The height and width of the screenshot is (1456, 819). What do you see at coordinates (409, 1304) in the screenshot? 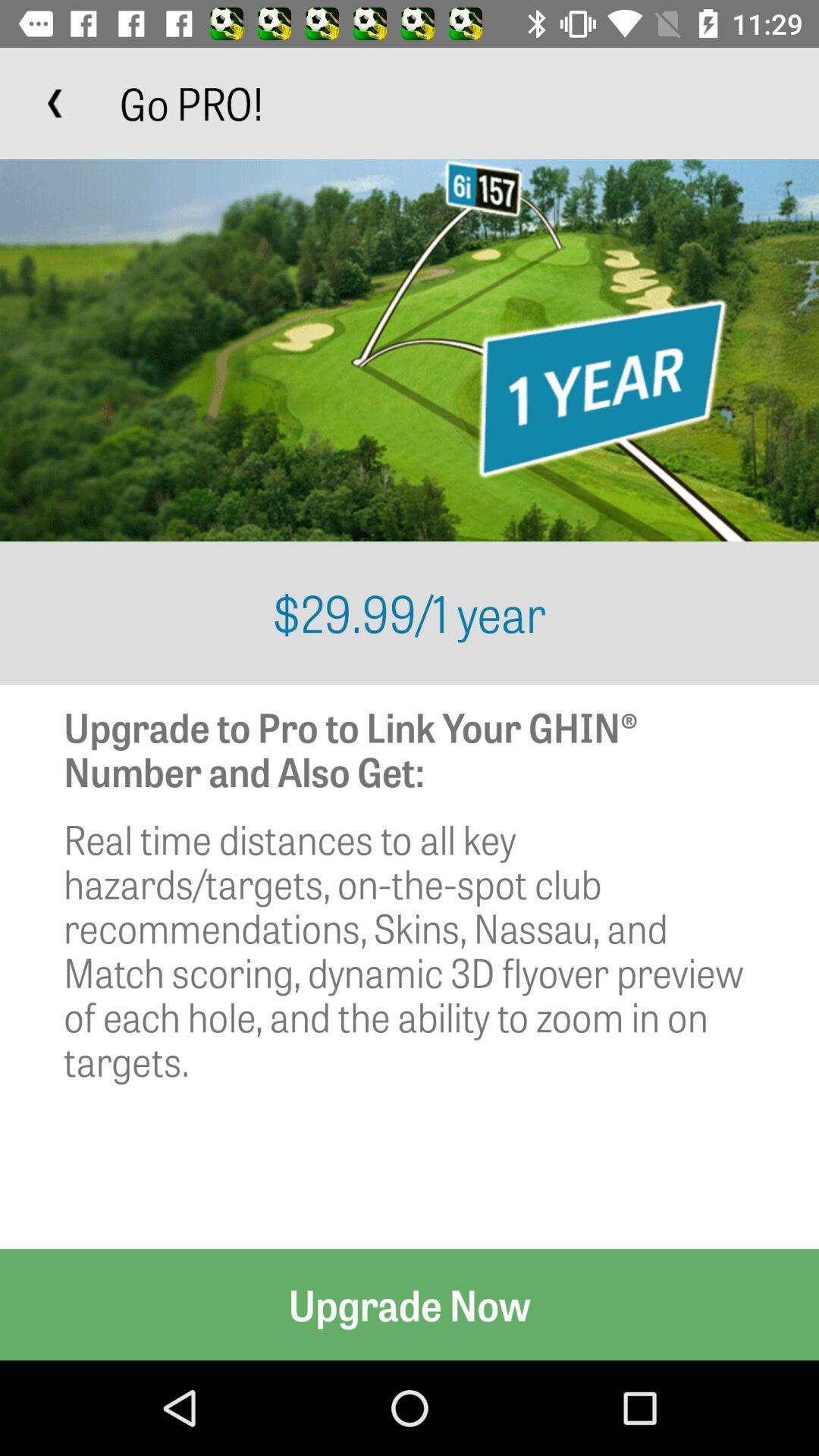
I see `the upgrade now icon` at bounding box center [409, 1304].